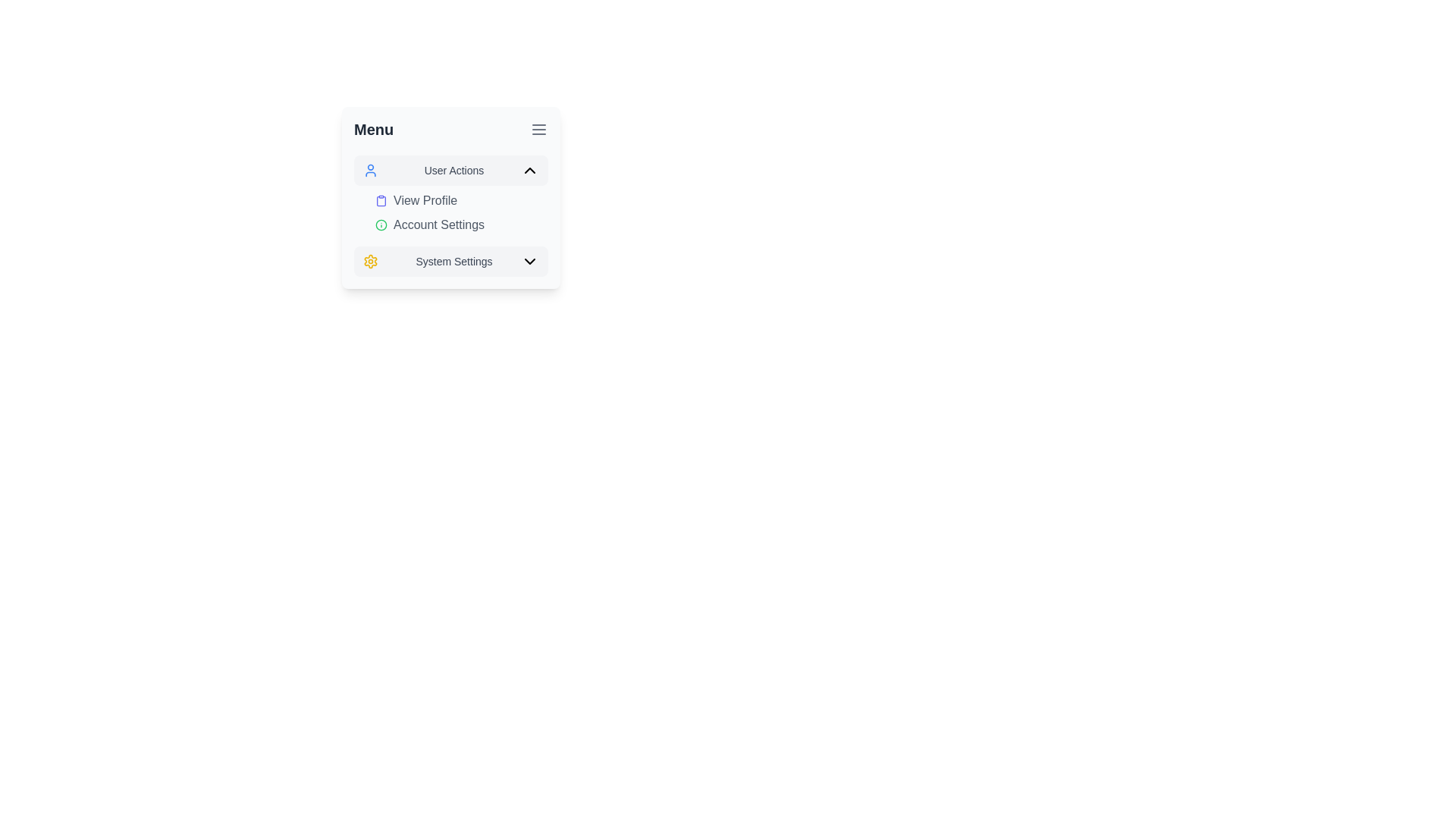 Image resolution: width=1456 pixels, height=819 pixels. Describe the element at coordinates (381, 200) in the screenshot. I see `the clipboard icon located to the left of the 'View Profile' text in the dropdown menu, which indicates the action for viewing profile details` at that location.